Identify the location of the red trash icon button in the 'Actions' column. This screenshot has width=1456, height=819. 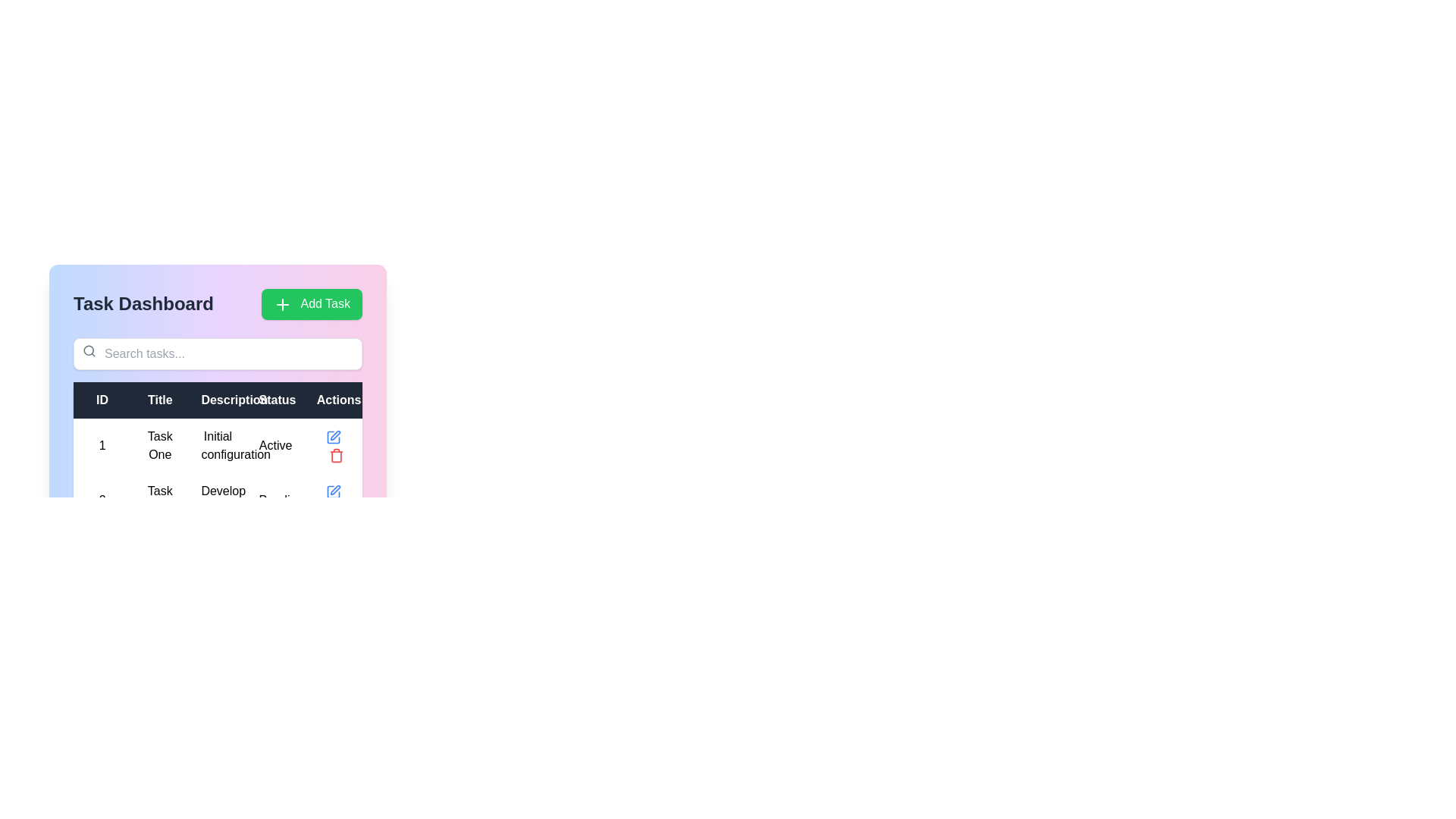
(332, 444).